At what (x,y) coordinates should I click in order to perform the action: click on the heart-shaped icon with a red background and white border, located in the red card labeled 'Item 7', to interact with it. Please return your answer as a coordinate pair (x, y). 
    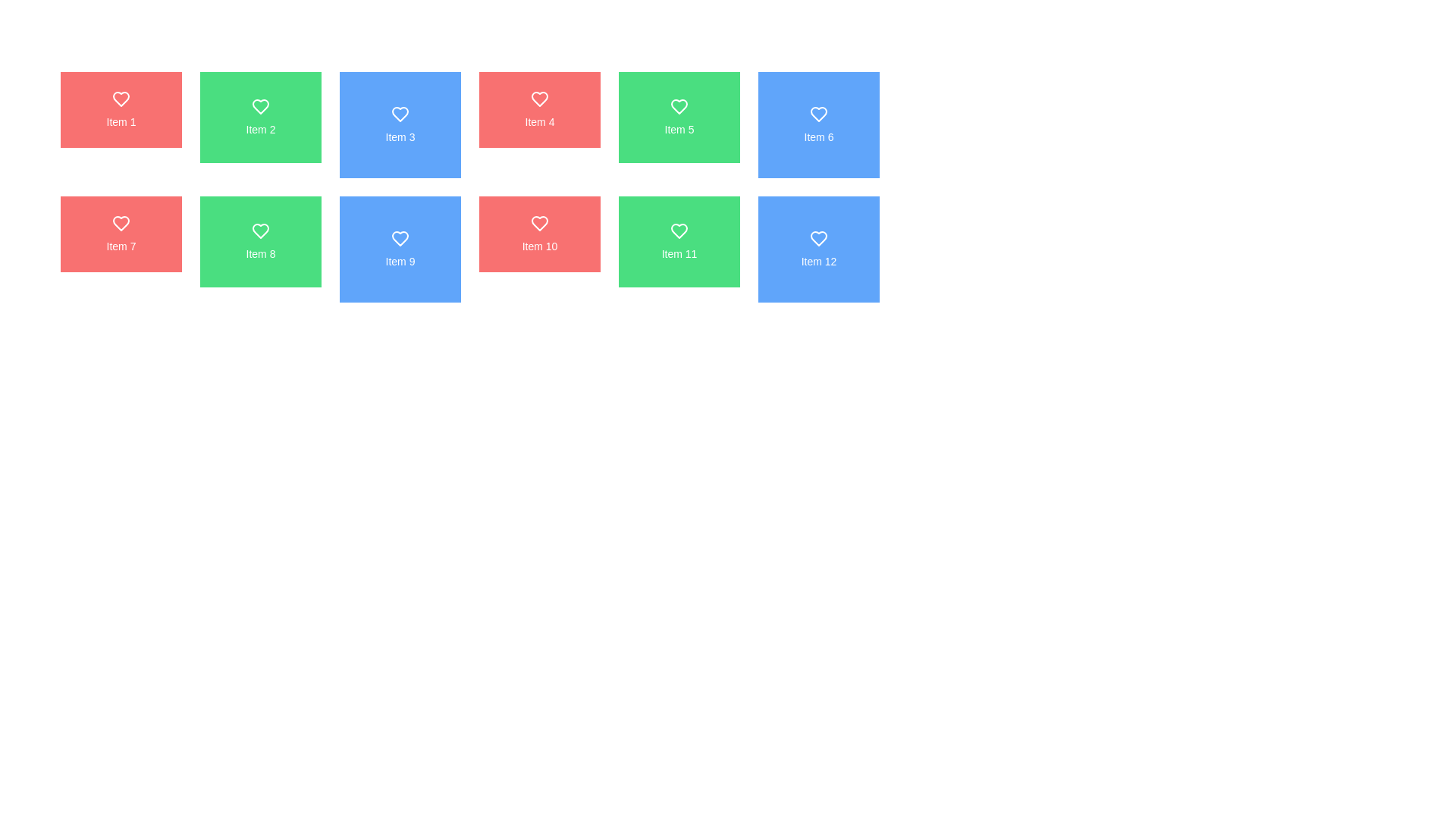
    Looking at the image, I should click on (120, 223).